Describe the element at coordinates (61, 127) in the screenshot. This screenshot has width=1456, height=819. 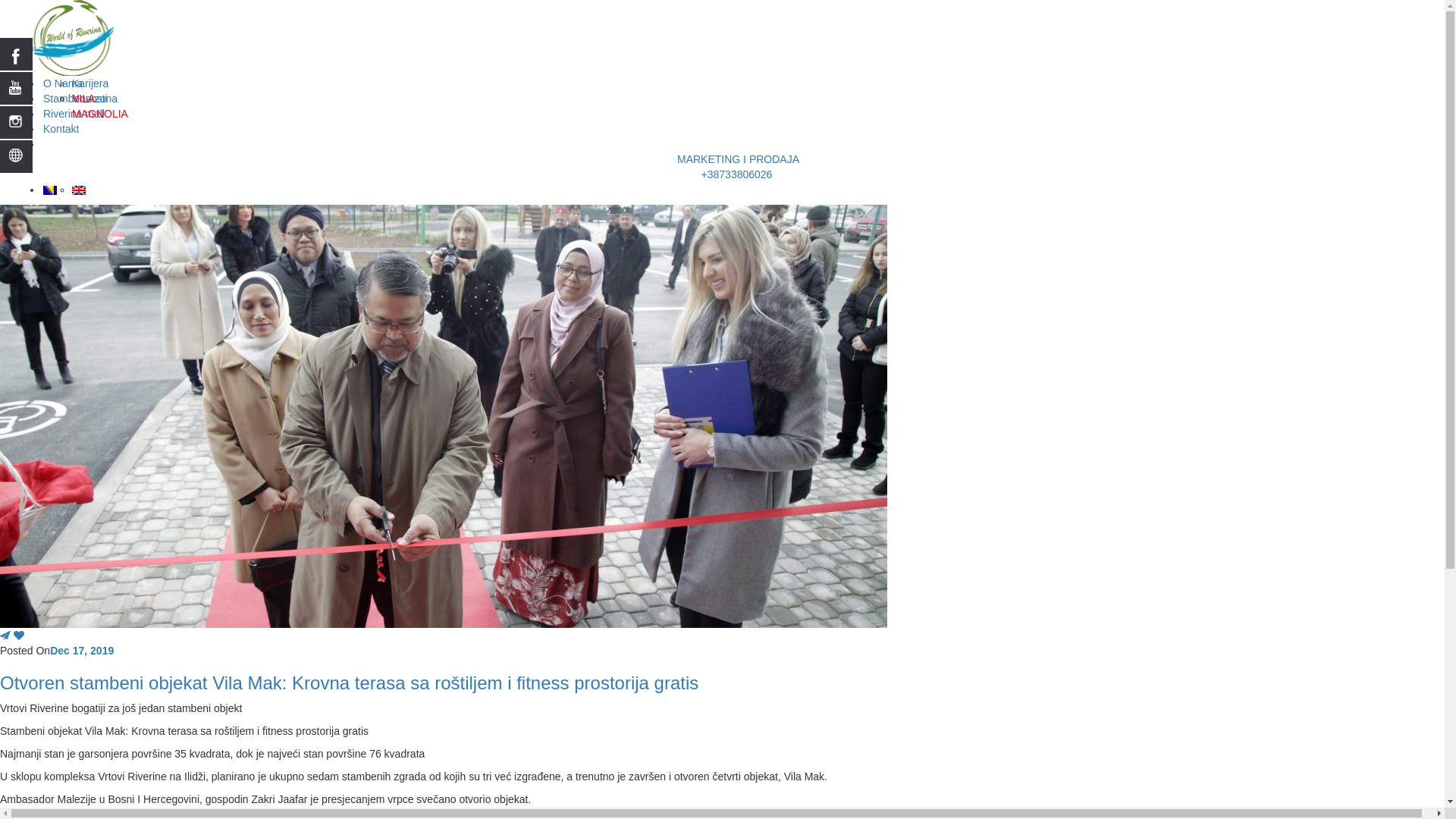
I see `'Kontakt'` at that location.